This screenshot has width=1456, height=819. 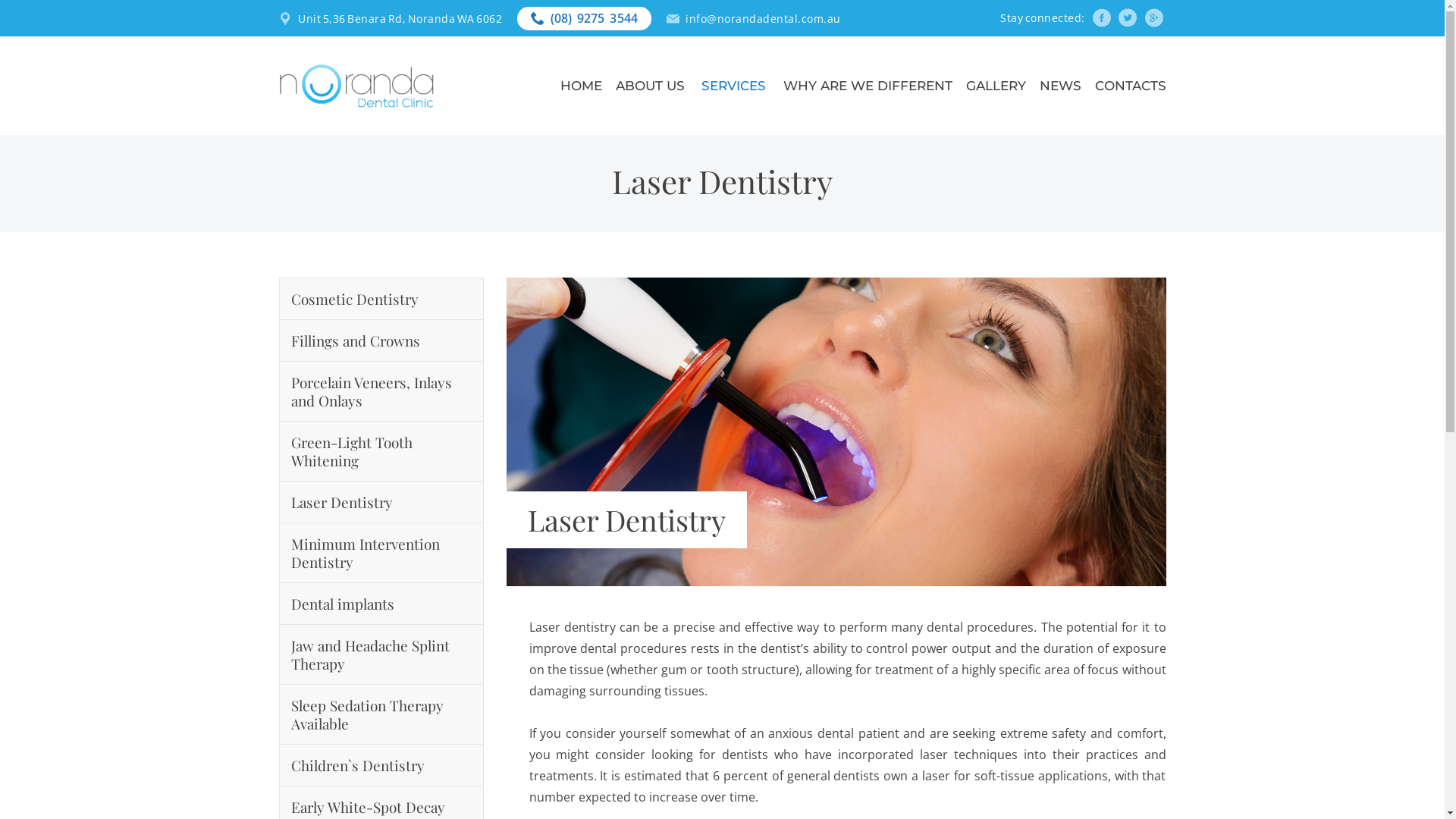 What do you see at coordinates (381, 553) in the screenshot?
I see `'Minimum Intervention Dentistry'` at bounding box center [381, 553].